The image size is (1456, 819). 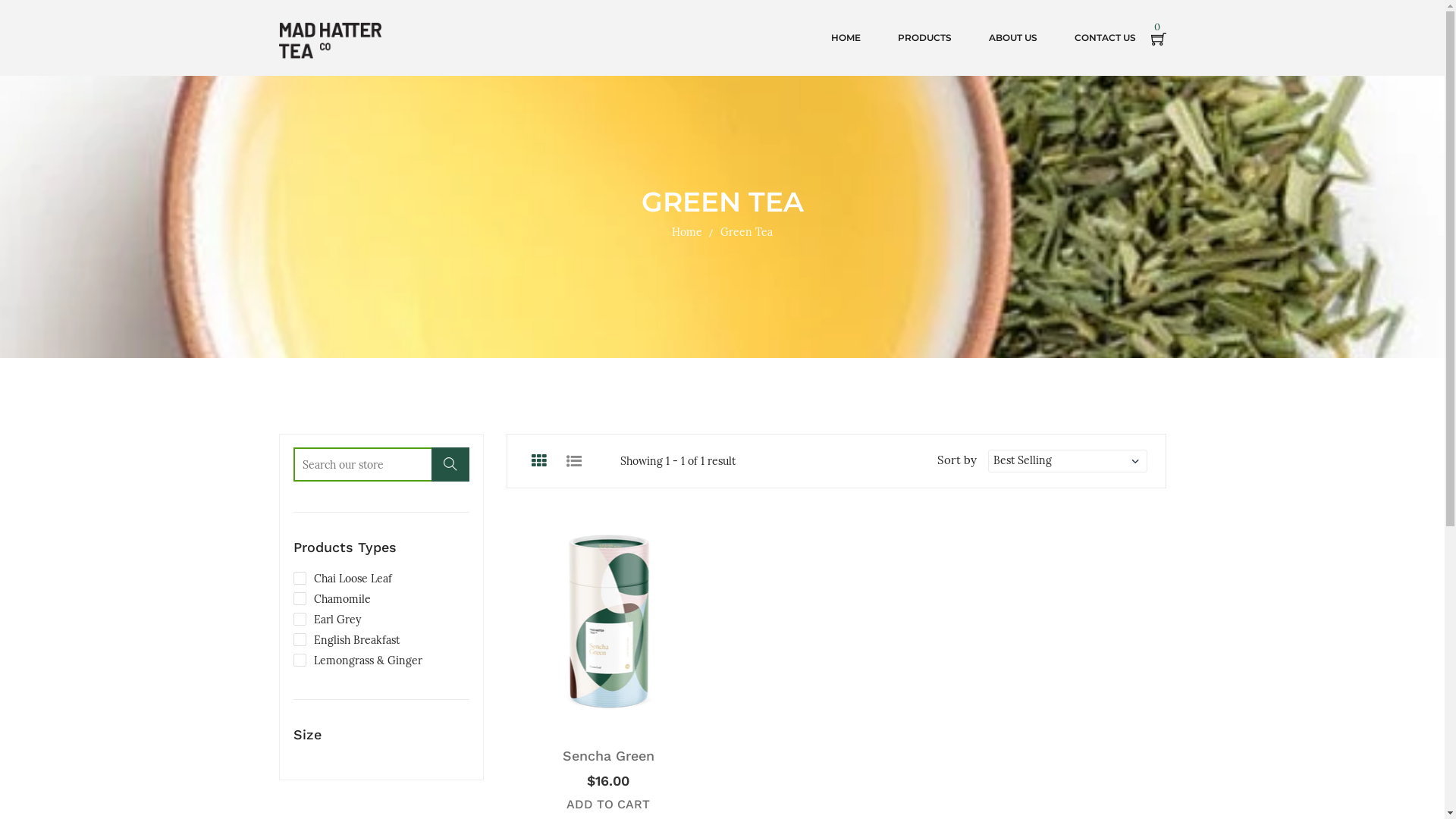 I want to click on 'ABOUT US', so click(x=1012, y=37).